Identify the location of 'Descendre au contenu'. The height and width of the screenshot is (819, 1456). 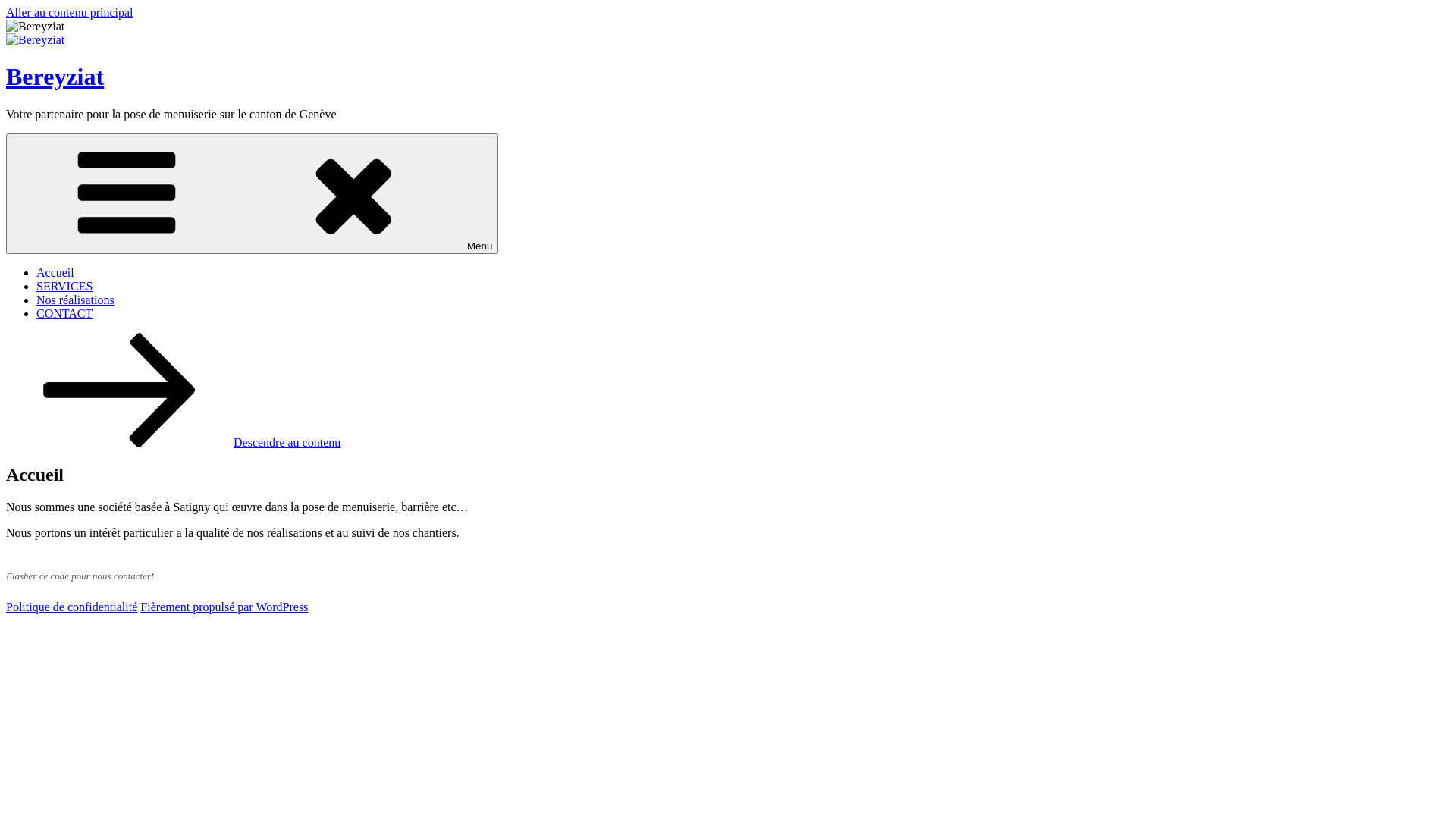
(6, 442).